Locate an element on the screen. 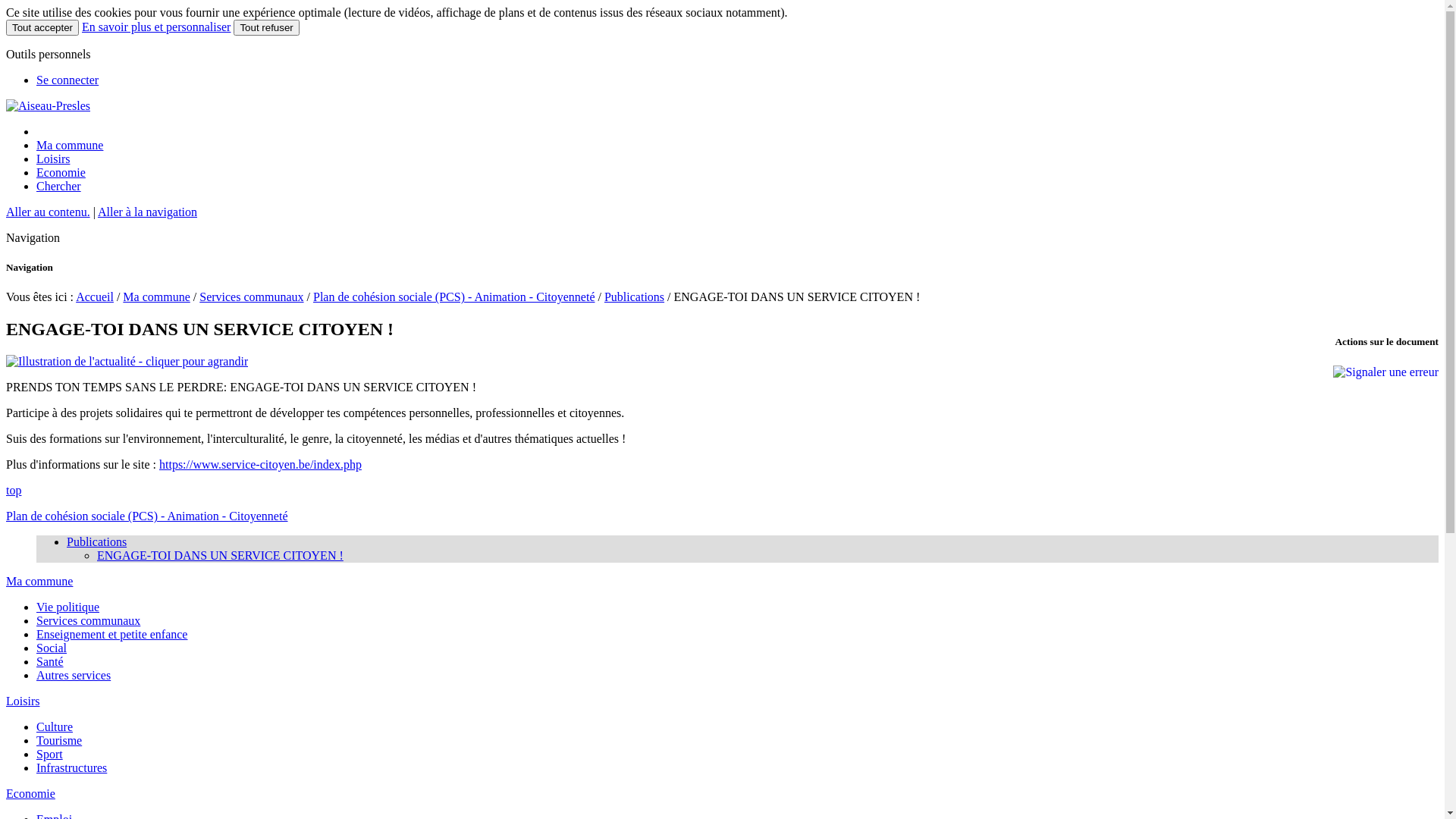  'Autres services' is located at coordinates (72, 674).